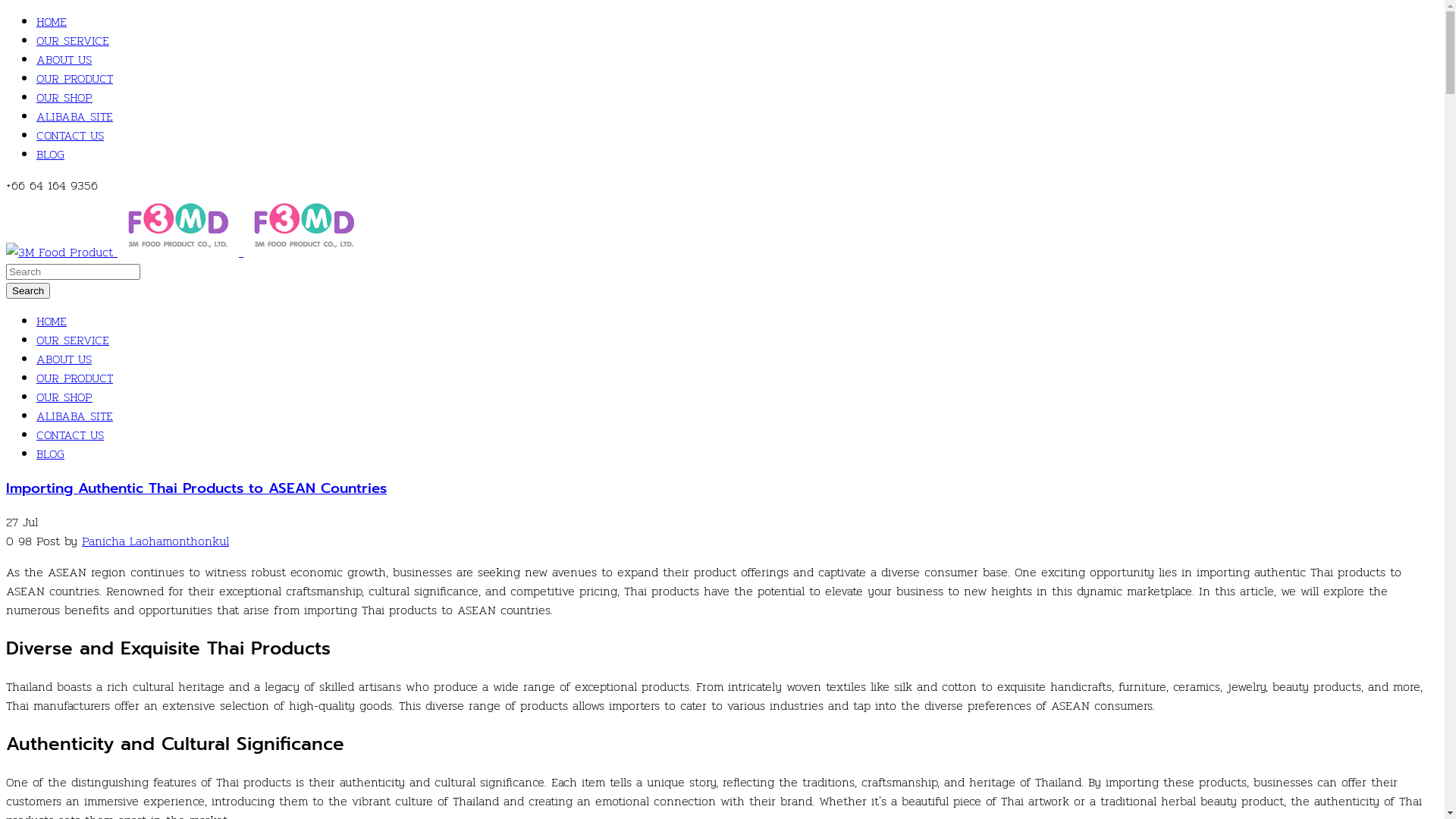  I want to click on 'ALIBABA SITE', so click(74, 416).